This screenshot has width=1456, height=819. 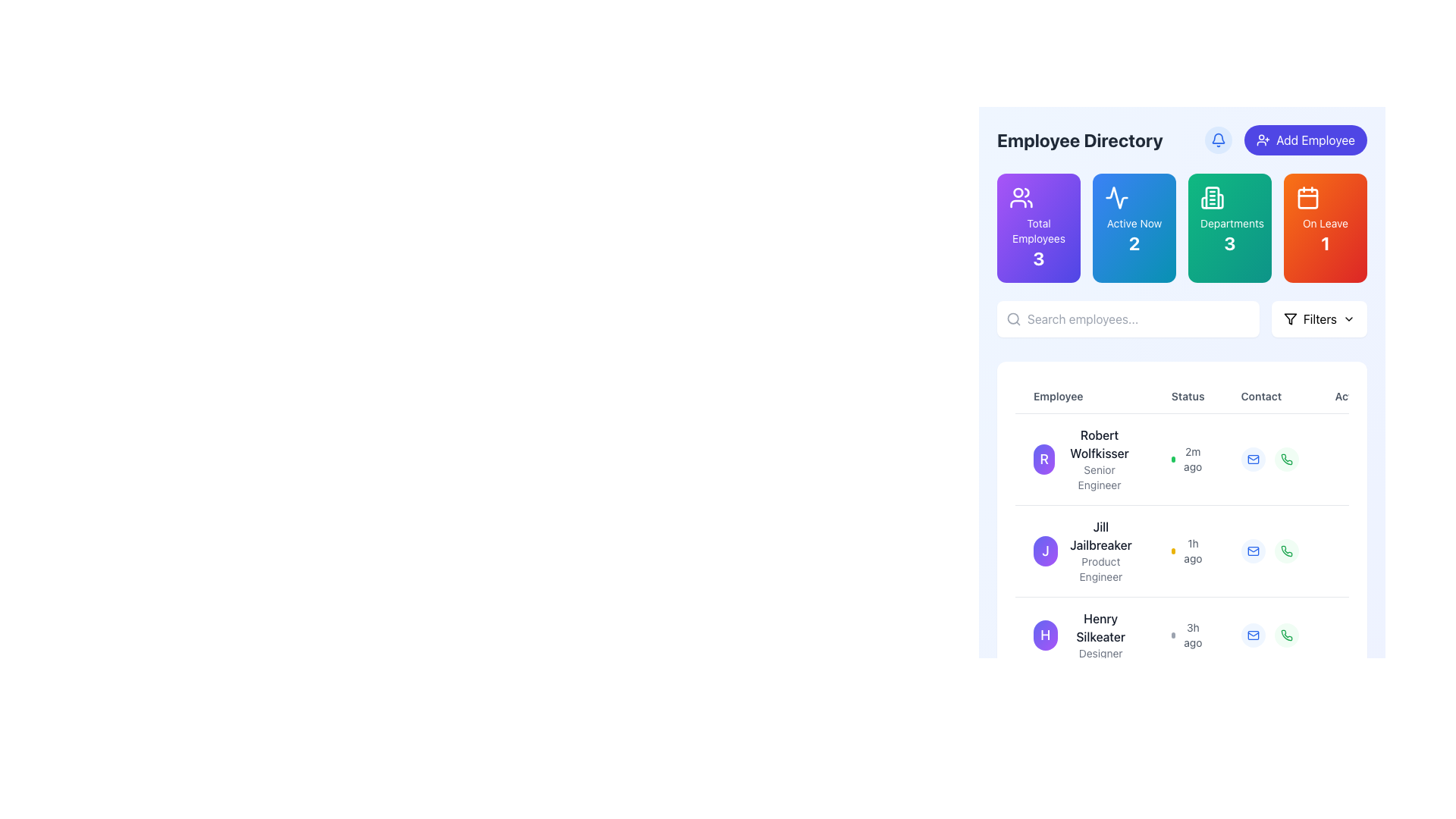 What do you see at coordinates (1100, 570) in the screenshot?
I see `the text label displaying the job title of 'Jill Jailbreaker', located in the 'Employee' column directly below their name` at bounding box center [1100, 570].